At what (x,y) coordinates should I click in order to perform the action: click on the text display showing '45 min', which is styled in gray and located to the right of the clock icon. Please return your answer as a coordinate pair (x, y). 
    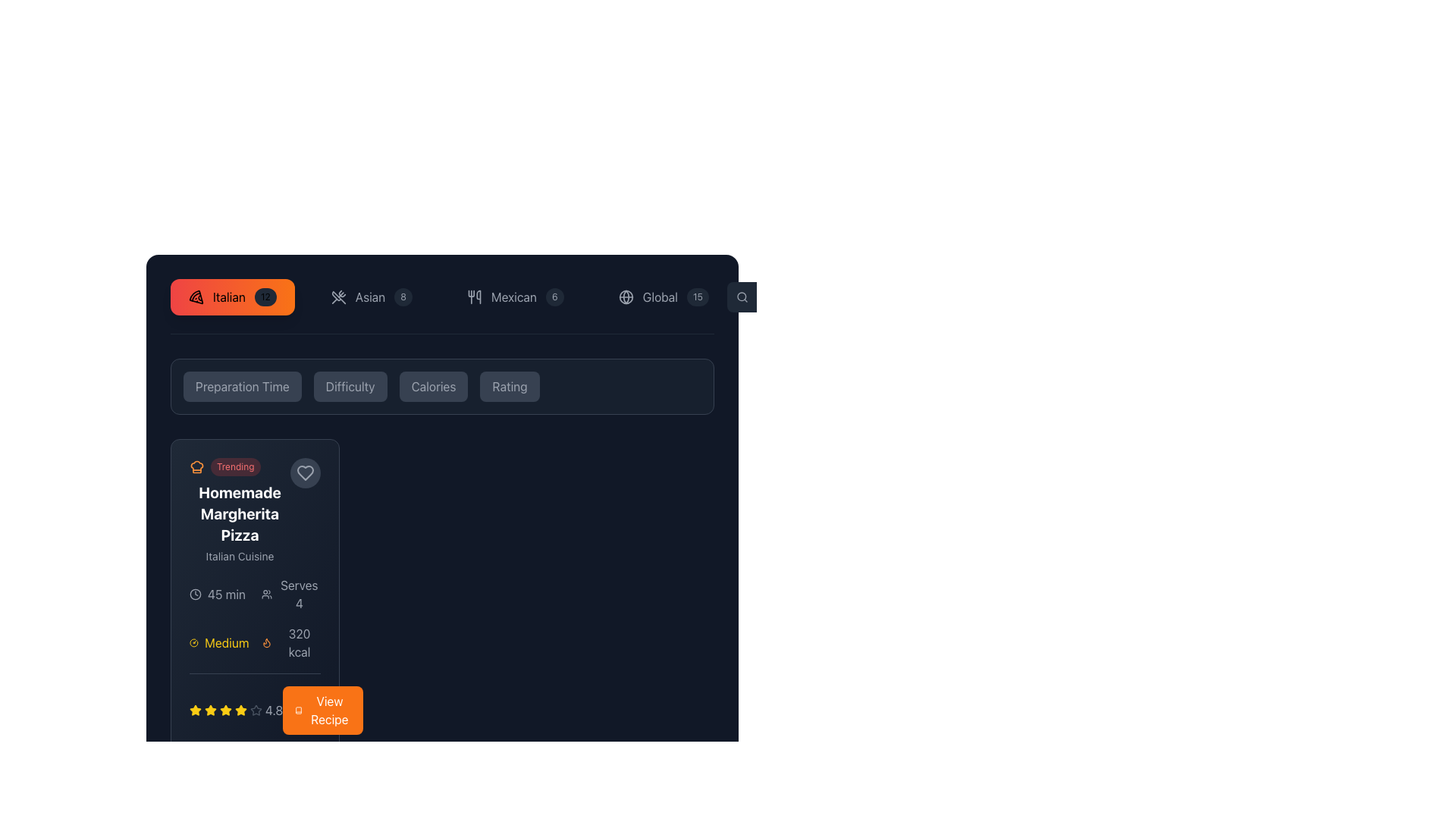
    Looking at the image, I should click on (225, 593).